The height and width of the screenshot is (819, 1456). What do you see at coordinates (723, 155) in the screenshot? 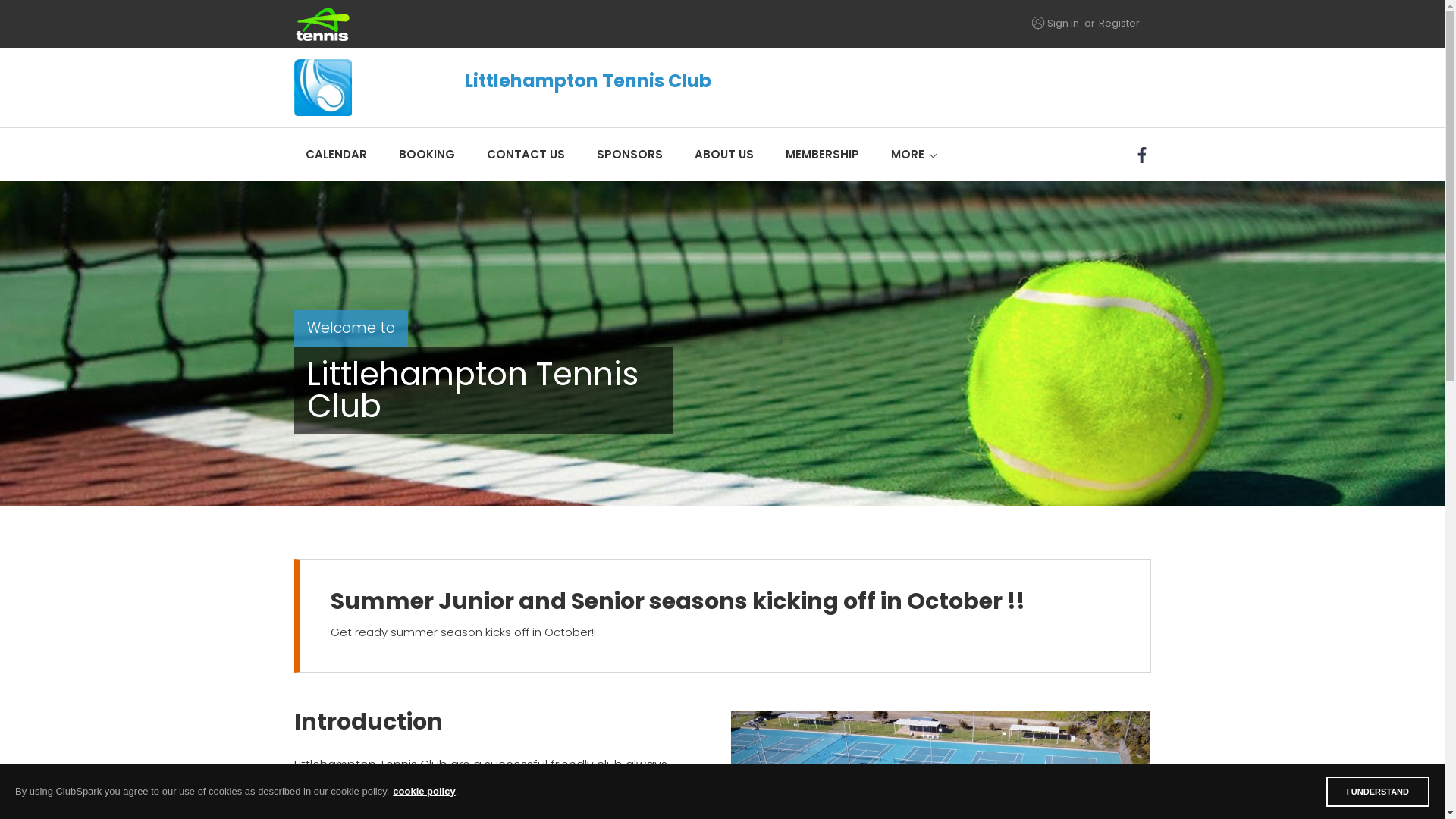
I see `'ABOUT US'` at bounding box center [723, 155].